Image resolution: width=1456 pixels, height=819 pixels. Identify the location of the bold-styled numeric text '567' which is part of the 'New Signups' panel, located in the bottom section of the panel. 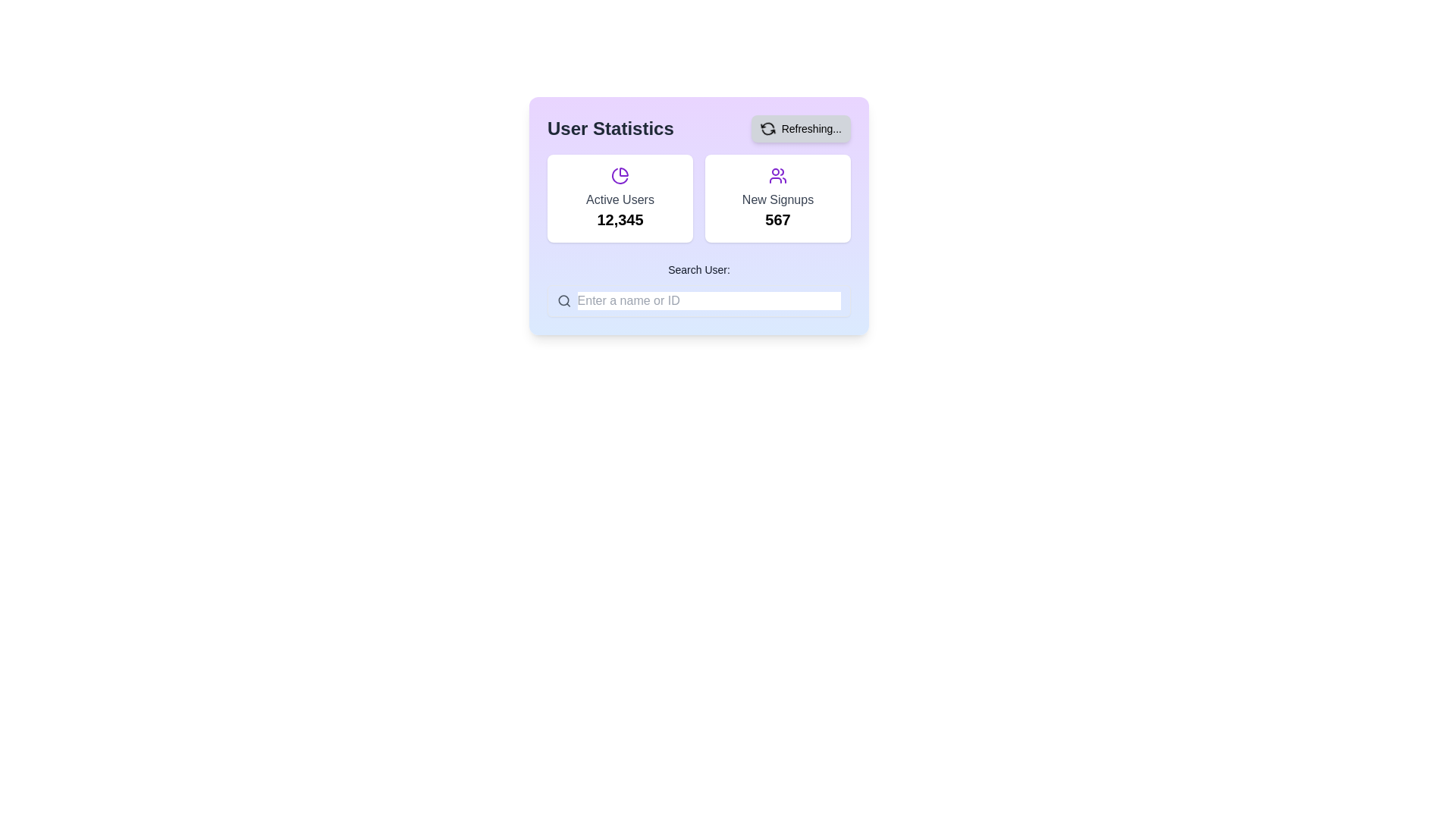
(778, 219).